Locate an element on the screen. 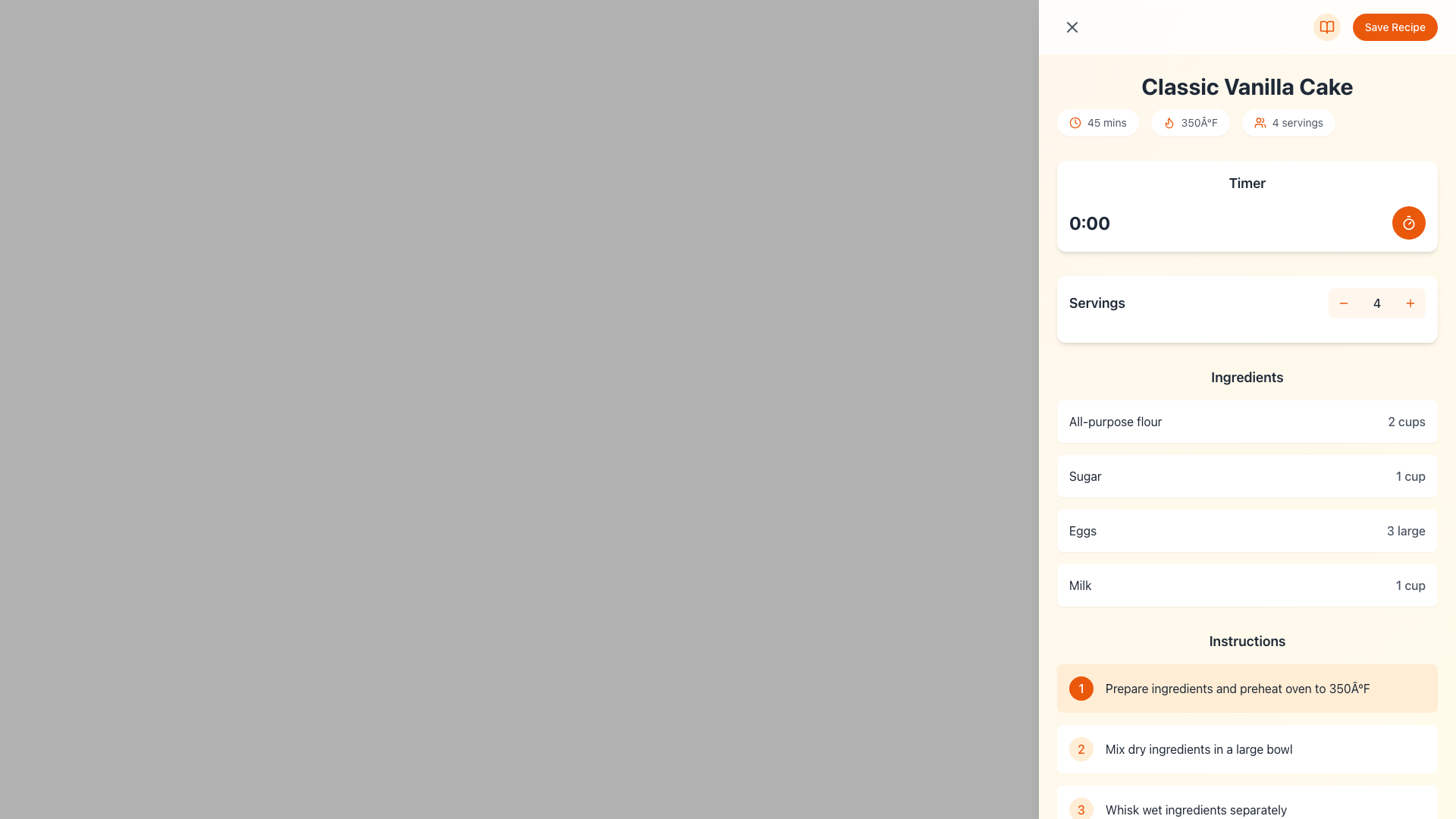 The width and height of the screenshot is (1456, 819). the static text display that shows the current number of servings, which is located between the minus and plus buttons in the 'Servings' section is located at coordinates (1376, 303).